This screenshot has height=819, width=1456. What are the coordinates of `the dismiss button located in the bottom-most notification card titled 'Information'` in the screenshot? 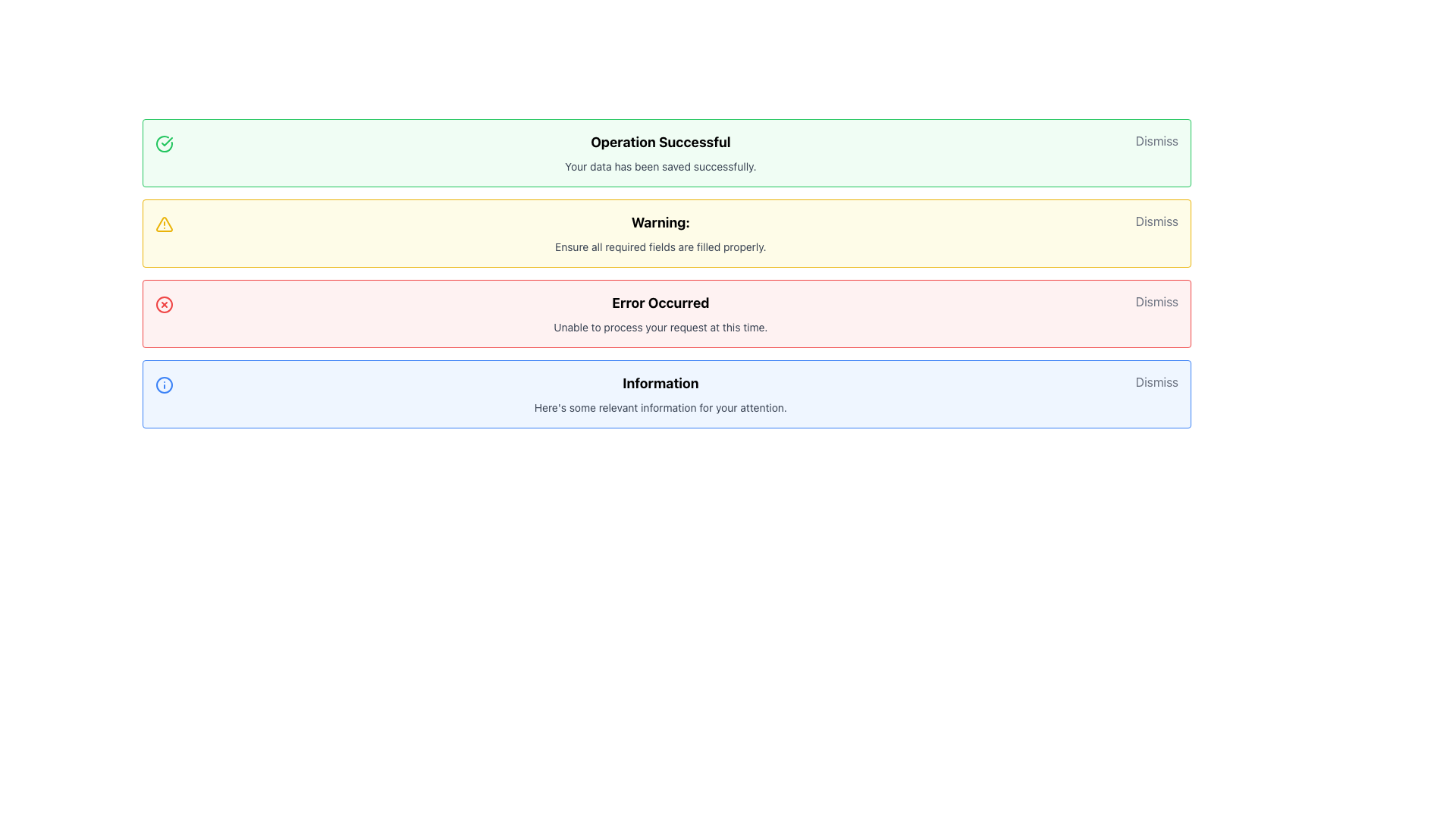 It's located at (1156, 381).